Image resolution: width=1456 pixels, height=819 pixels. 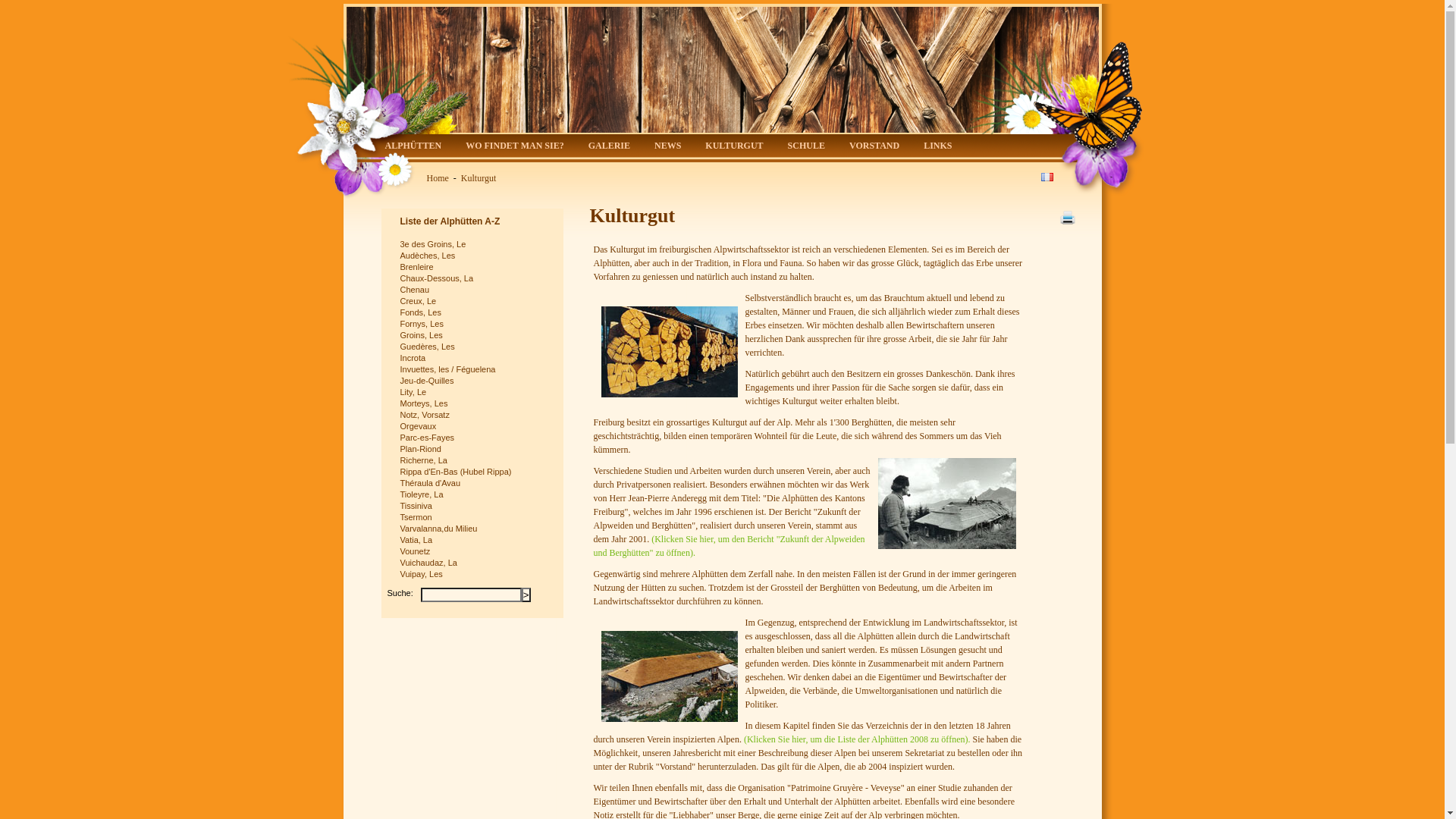 I want to click on 'Fonds, Les', so click(x=473, y=312).